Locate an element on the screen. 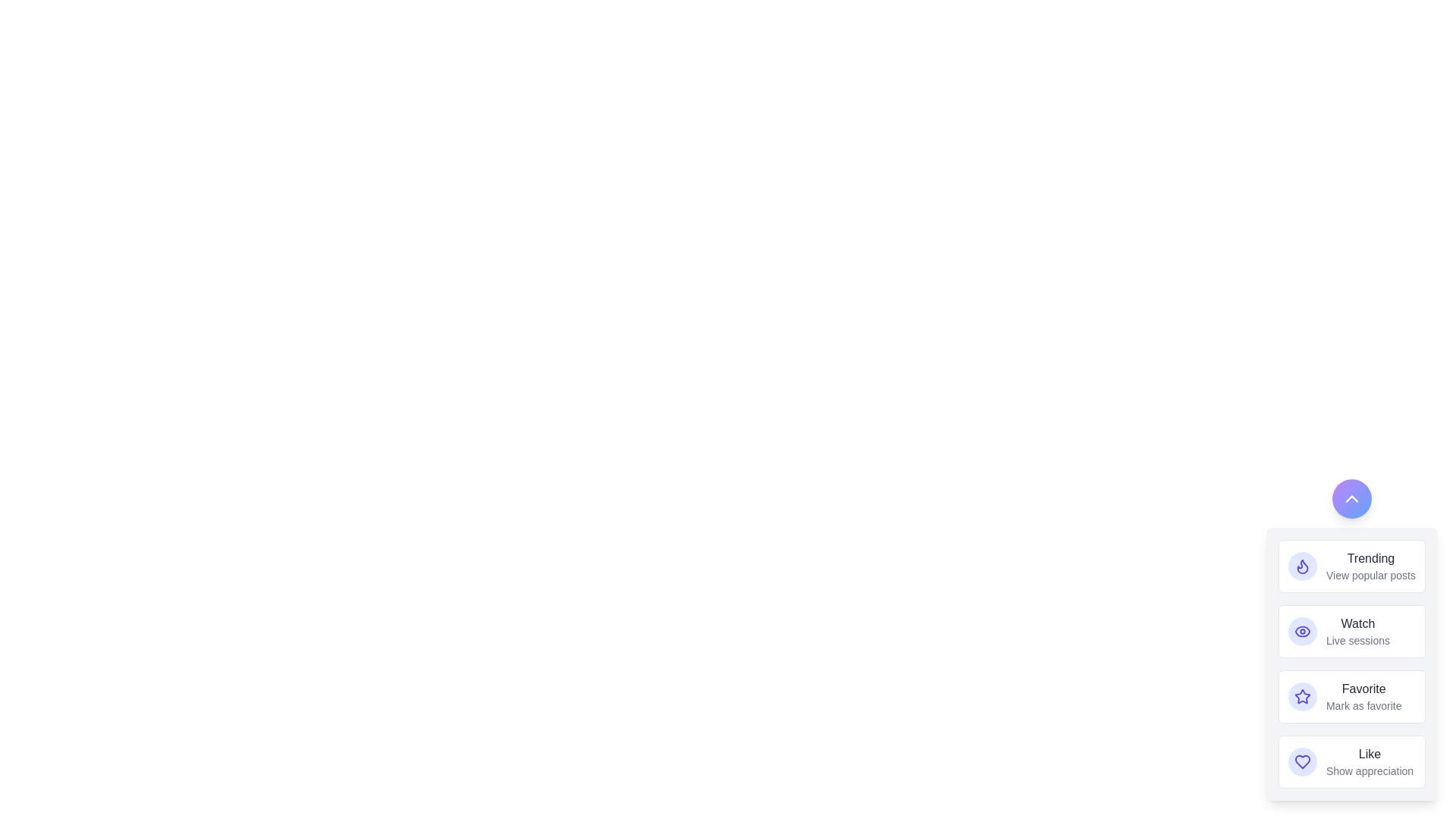  the Watch button to trigger its functionality is located at coordinates (1302, 632).